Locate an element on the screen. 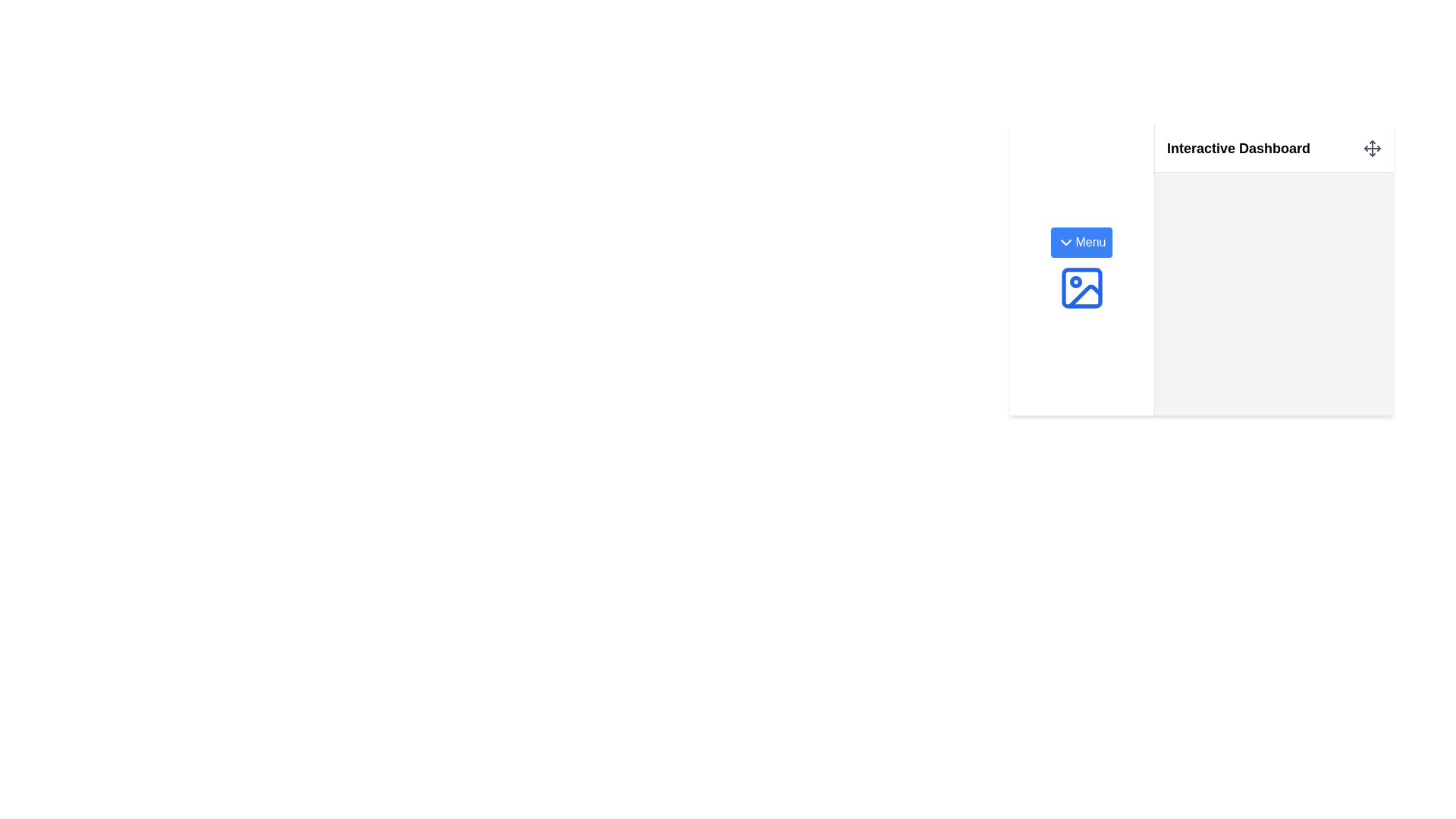  text of the header element located at the top-right of the page, which may contain interactive elements and suggests it is draggable is located at coordinates (1274, 149).